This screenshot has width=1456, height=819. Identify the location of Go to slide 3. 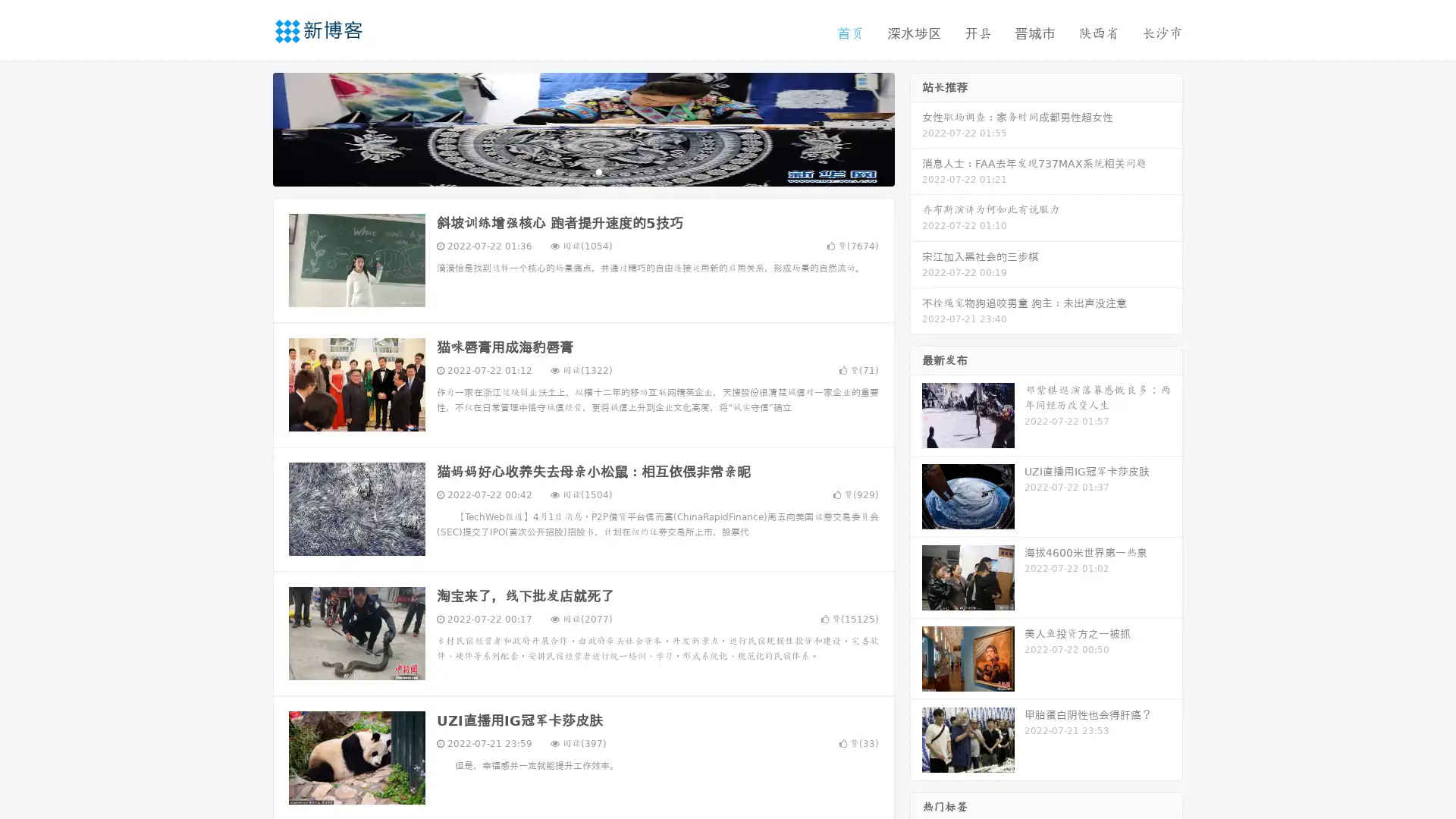
(598, 171).